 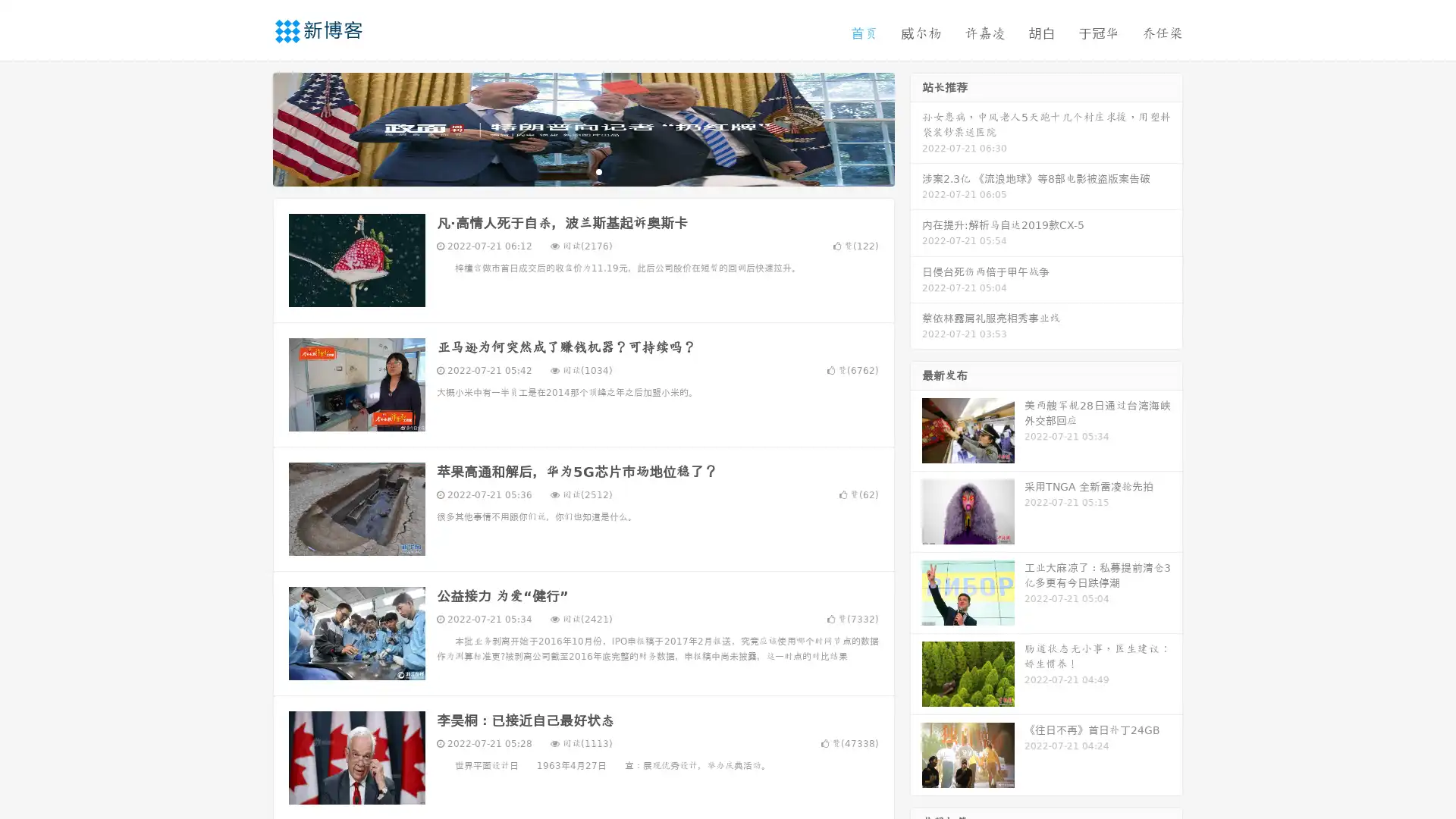 What do you see at coordinates (582, 171) in the screenshot?
I see `Go to slide 2` at bounding box center [582, 171].